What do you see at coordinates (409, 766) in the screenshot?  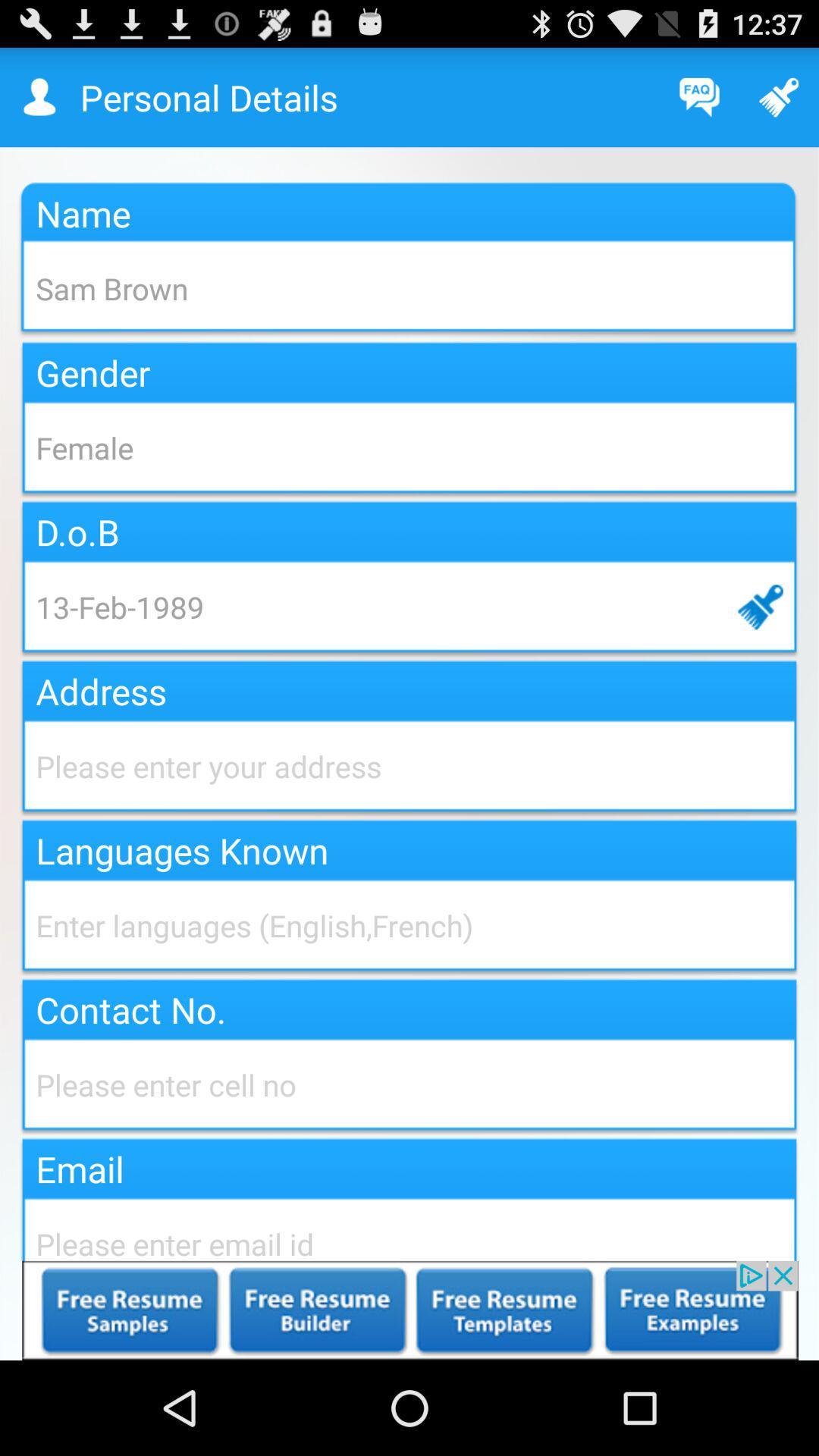 I see `your address` at bounding box center [409, 766].